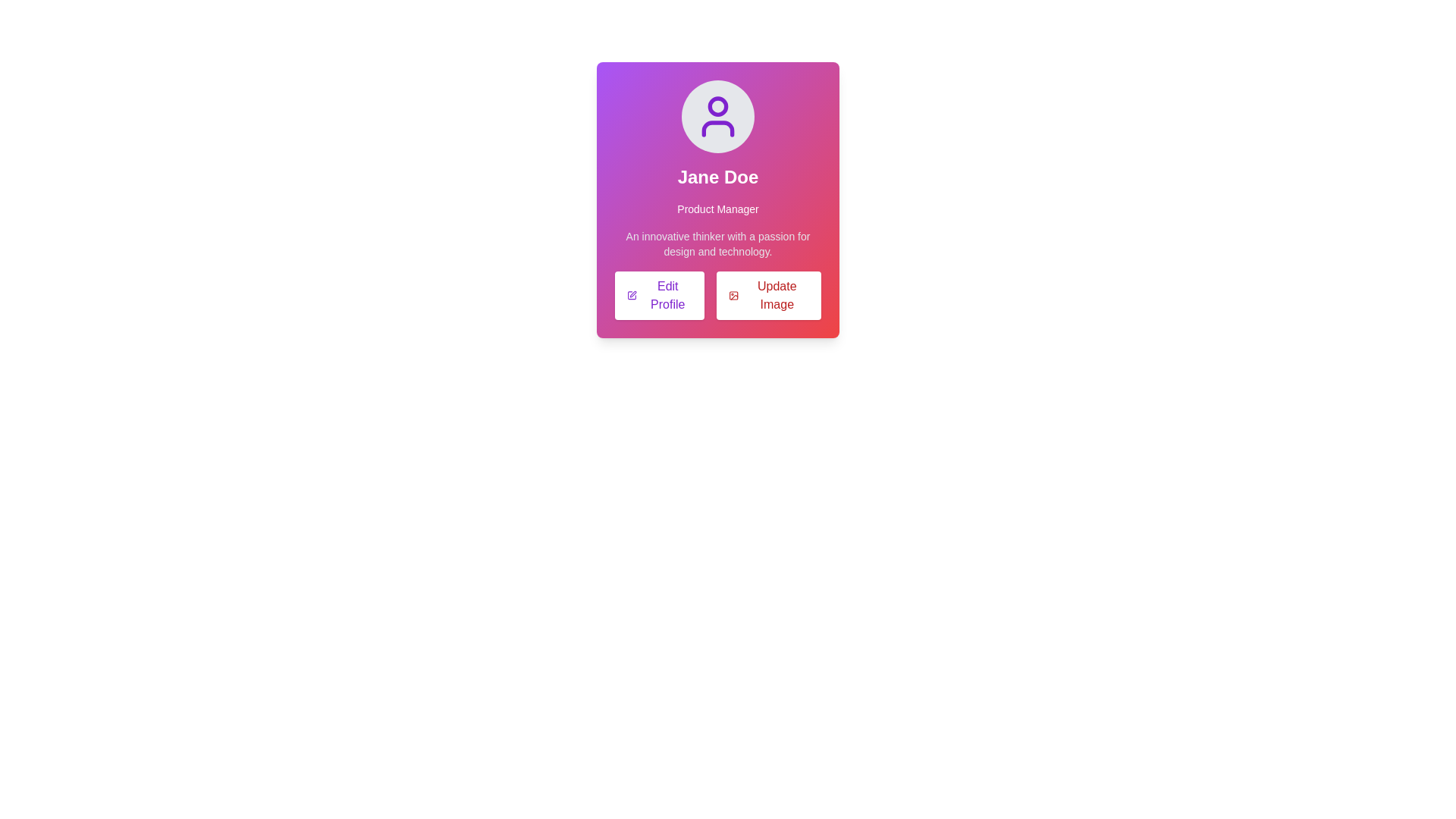 The height and width of the screenshot is (819, 1456). What do you see at coordinates (717, 243) in the screenshot?
I see `text element displaying 'An innovative thinker with a passion for design and technology.' which is centrally positioned above the action buttons in the card` at bounding box center [717, 243].